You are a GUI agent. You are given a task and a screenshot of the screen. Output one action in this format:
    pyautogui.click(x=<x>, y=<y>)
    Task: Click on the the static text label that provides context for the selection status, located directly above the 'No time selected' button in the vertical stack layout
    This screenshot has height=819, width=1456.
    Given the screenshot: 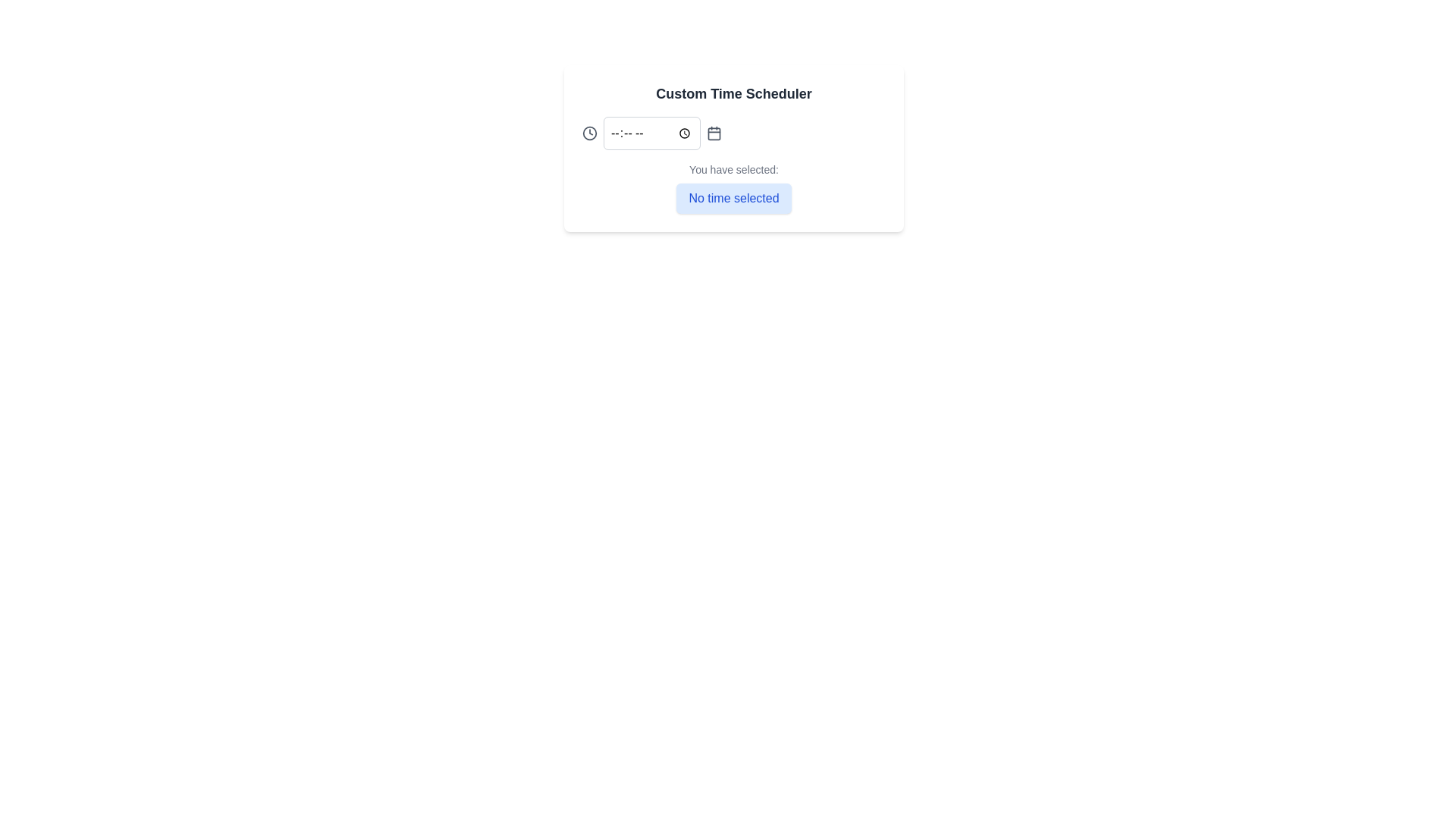 What is the action you would take?
    pyautogui.click(x=734, y=169)
    